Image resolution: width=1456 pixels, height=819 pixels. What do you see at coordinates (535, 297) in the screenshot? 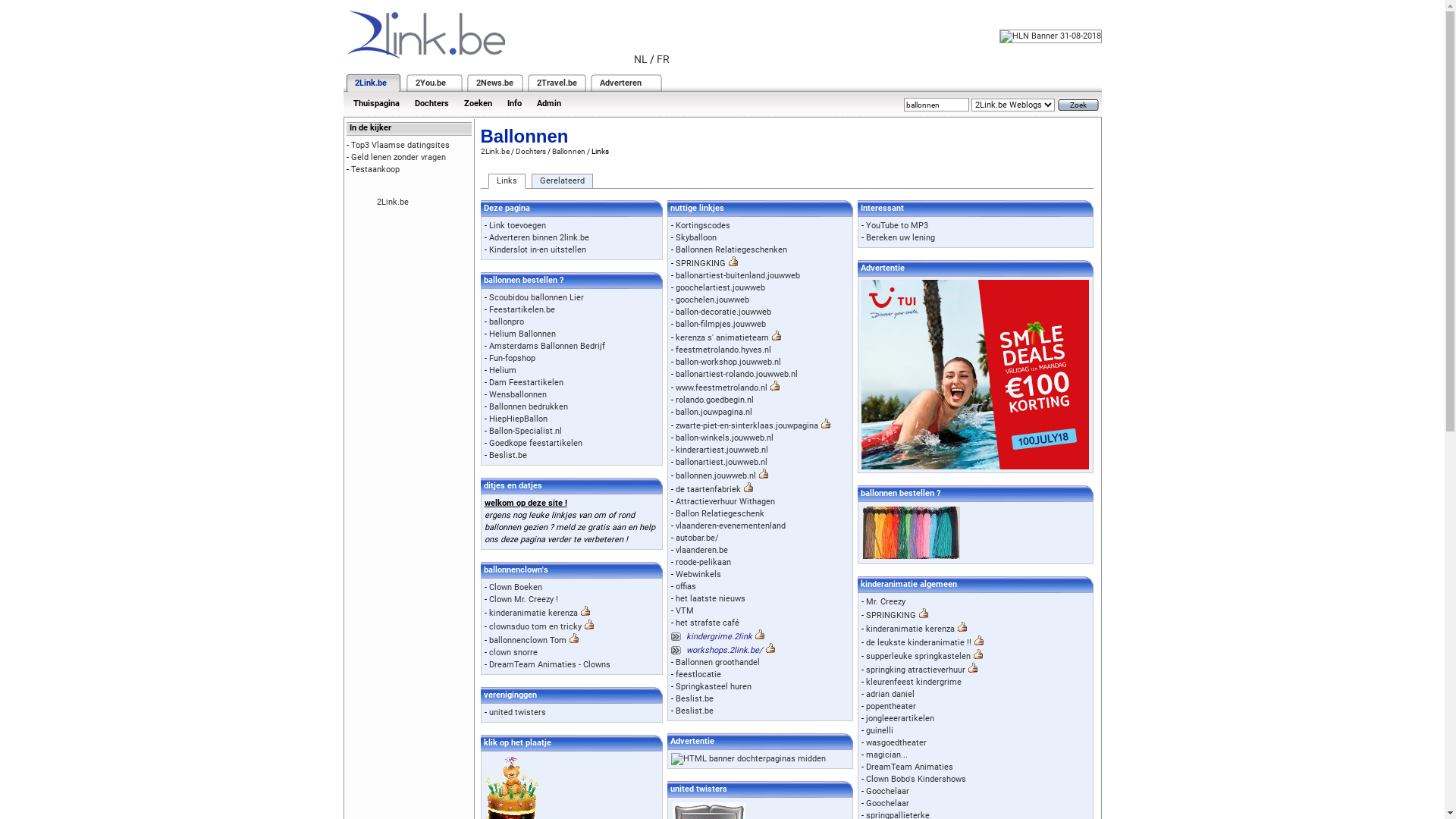
I see `'Scoubidou ballonnen Lier'` at bounding box center [535, 297].